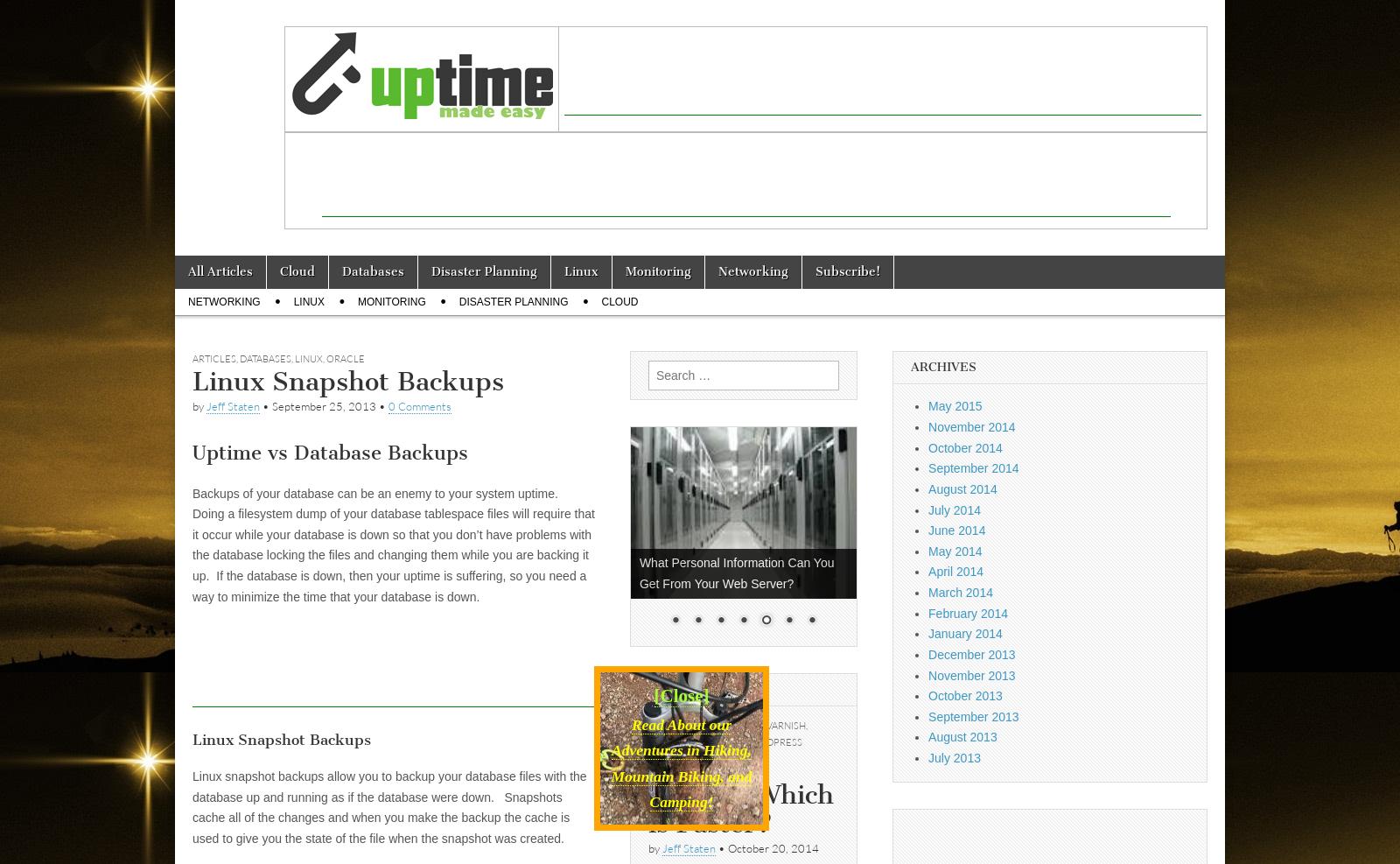  What do you see at coordinates (717, 741) in the screenshot?
I see `'Website'` at bounding box center [717, 741].